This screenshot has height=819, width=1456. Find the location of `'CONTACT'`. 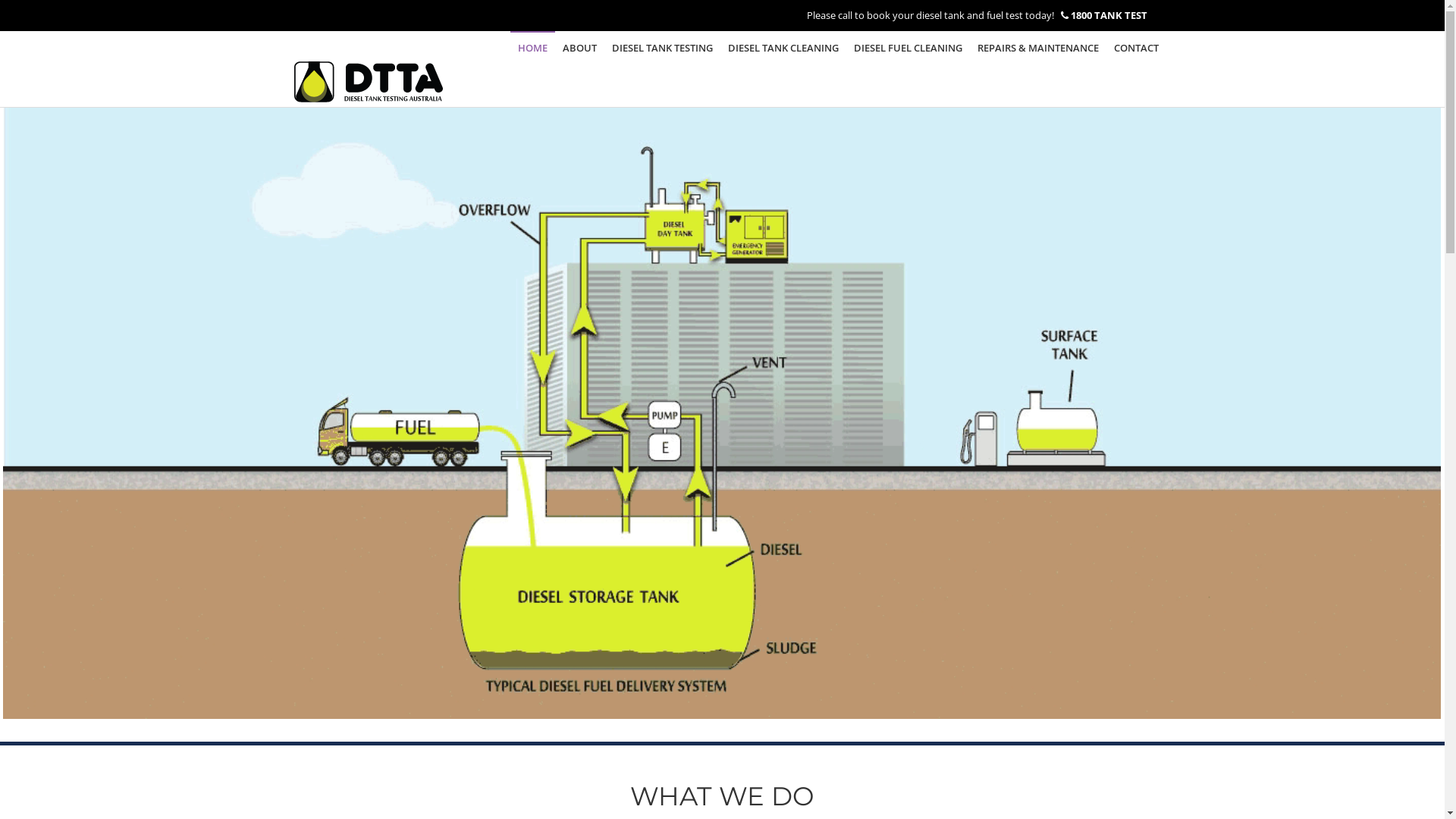

'CONTACT' is located at coordinates (1135, 46).